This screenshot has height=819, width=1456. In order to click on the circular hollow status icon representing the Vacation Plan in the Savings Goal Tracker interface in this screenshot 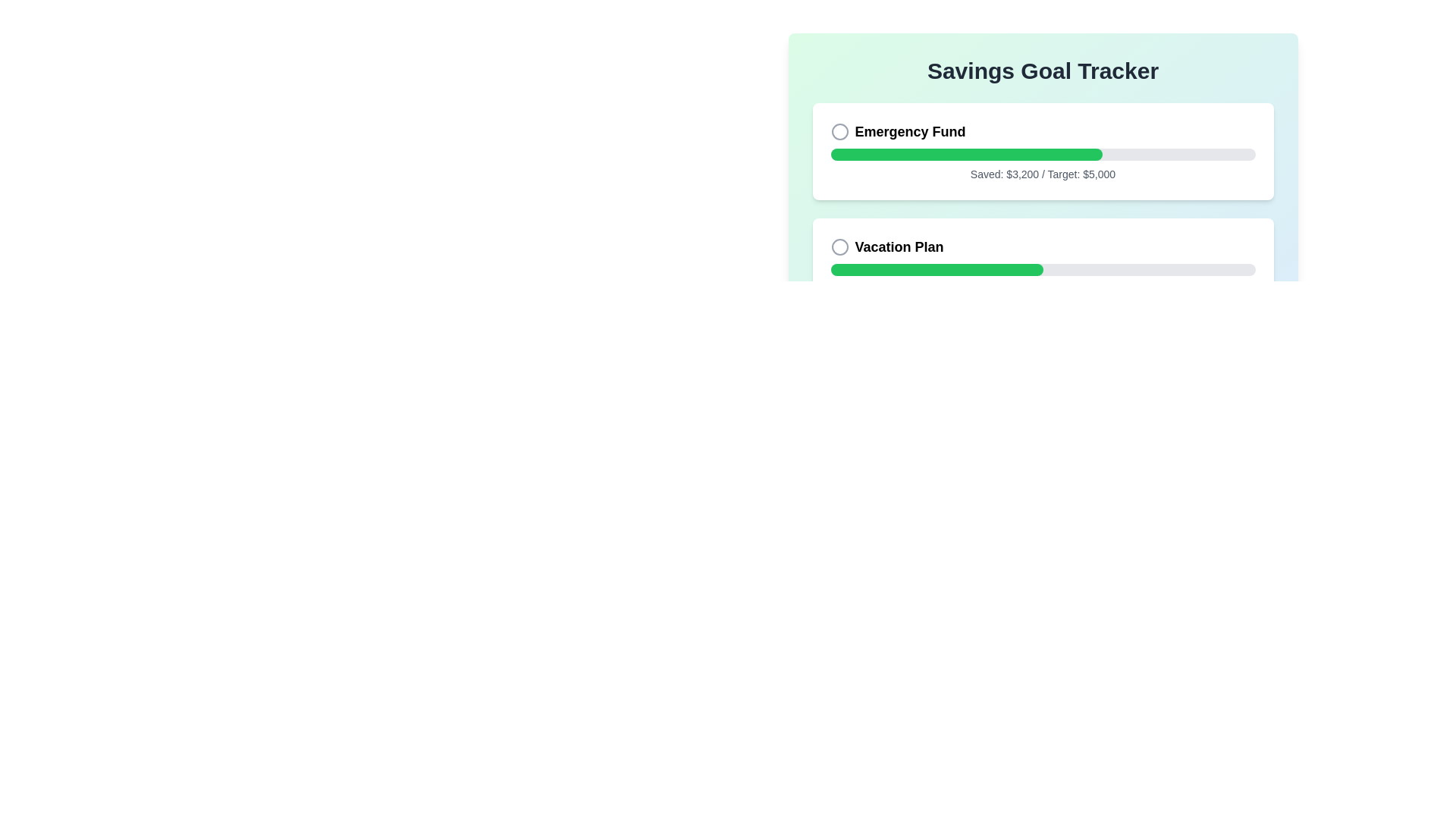, I will do `click(839, 246)`.